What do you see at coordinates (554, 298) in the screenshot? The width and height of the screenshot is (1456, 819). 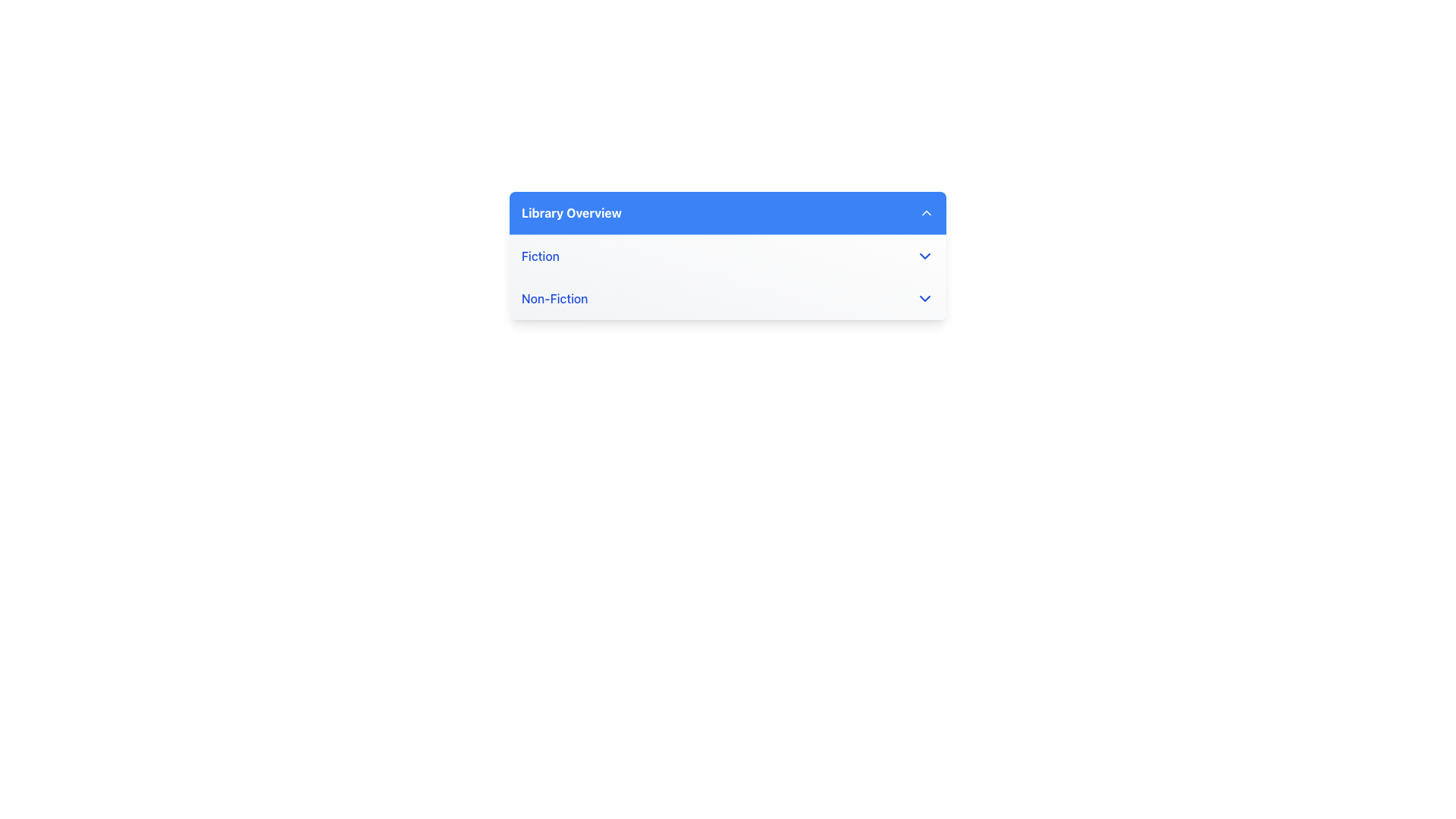 I see `text content of the 'Non-Fiction' text label, which is the main text in the second row of the dropdown list` at bounding box center [554, 298].